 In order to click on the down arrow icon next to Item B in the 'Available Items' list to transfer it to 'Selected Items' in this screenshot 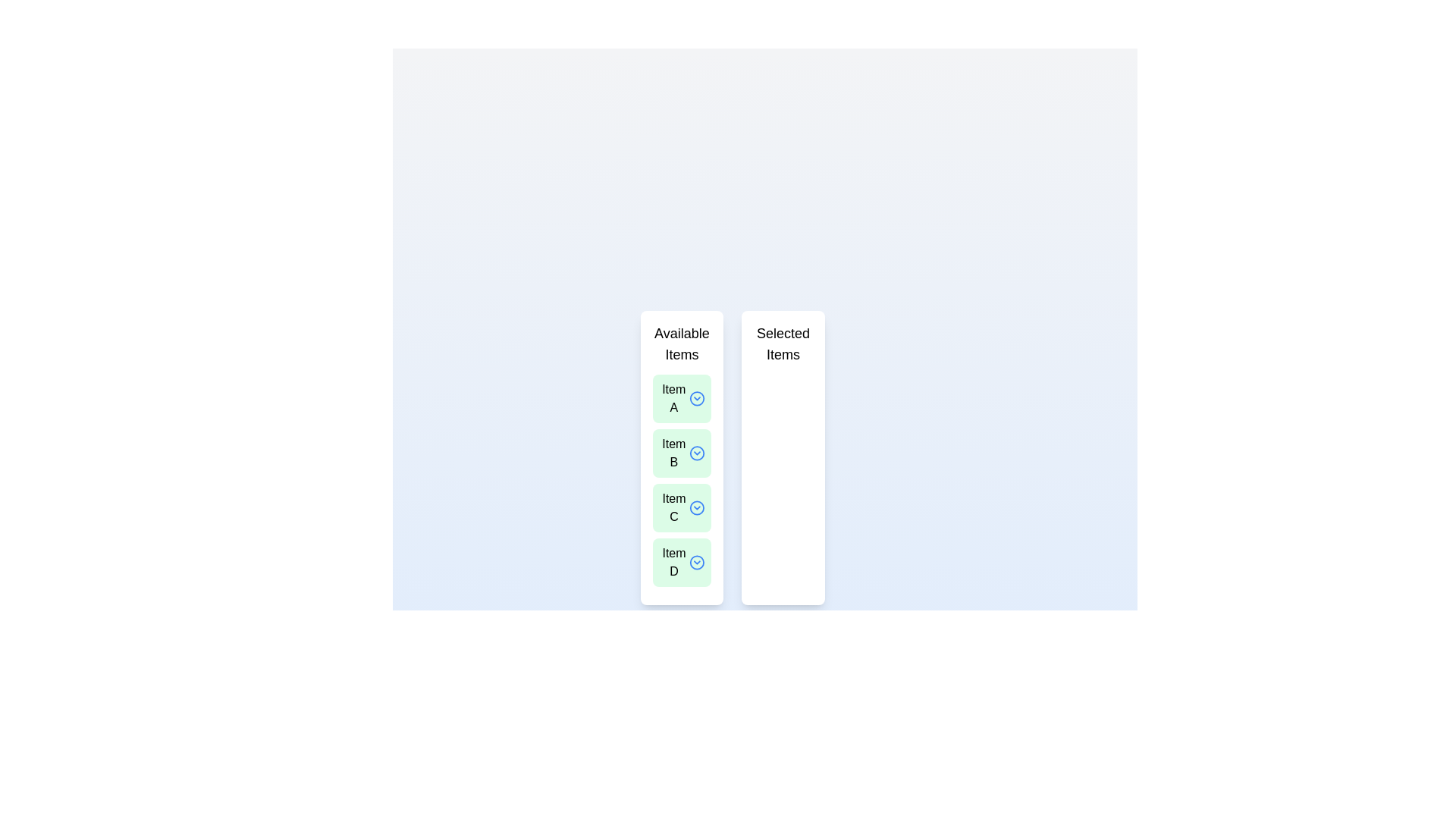, I will do `click(696, 452)`.